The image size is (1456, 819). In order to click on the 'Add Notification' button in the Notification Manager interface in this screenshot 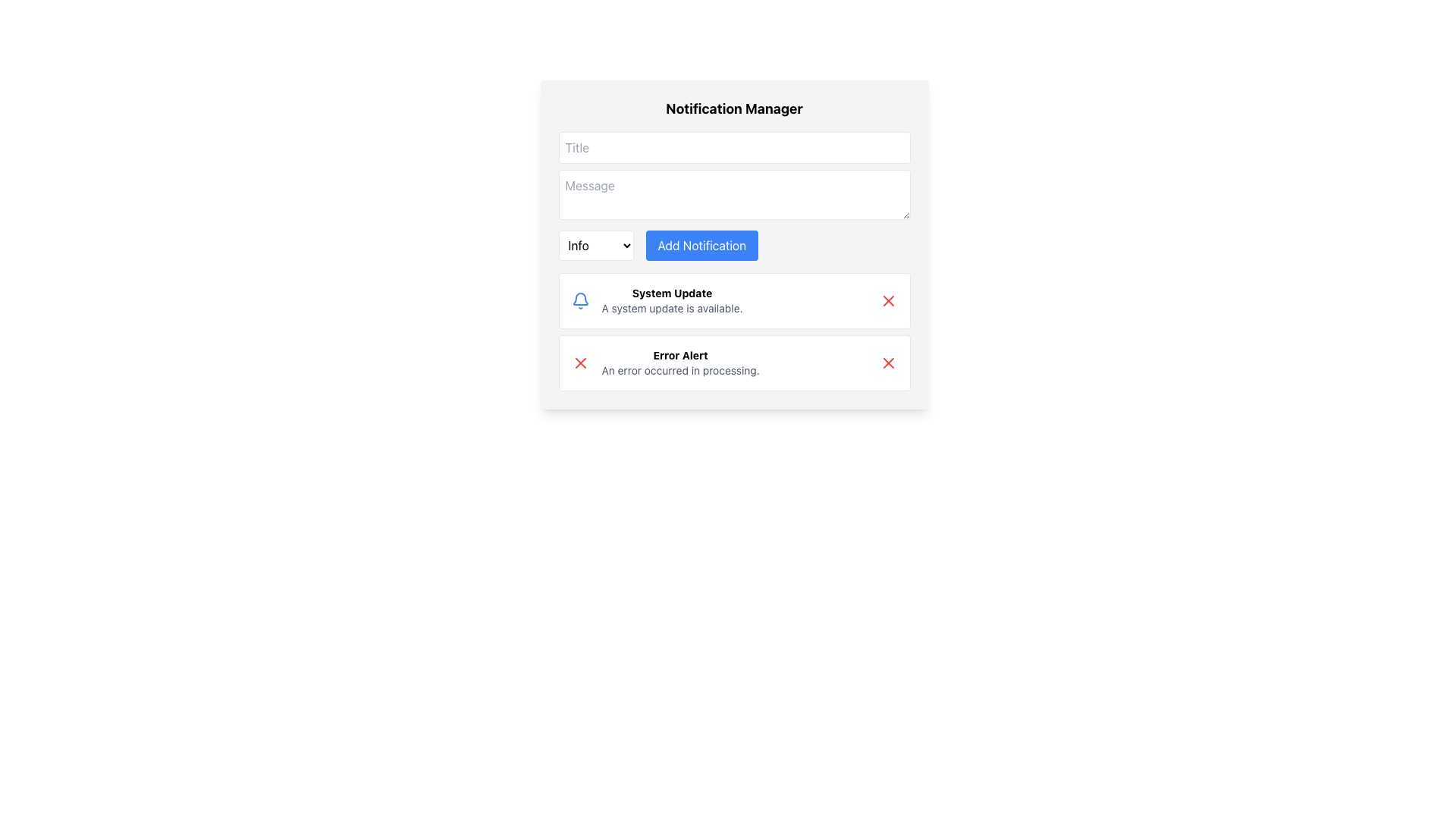, I will do `click(734, 244)`.